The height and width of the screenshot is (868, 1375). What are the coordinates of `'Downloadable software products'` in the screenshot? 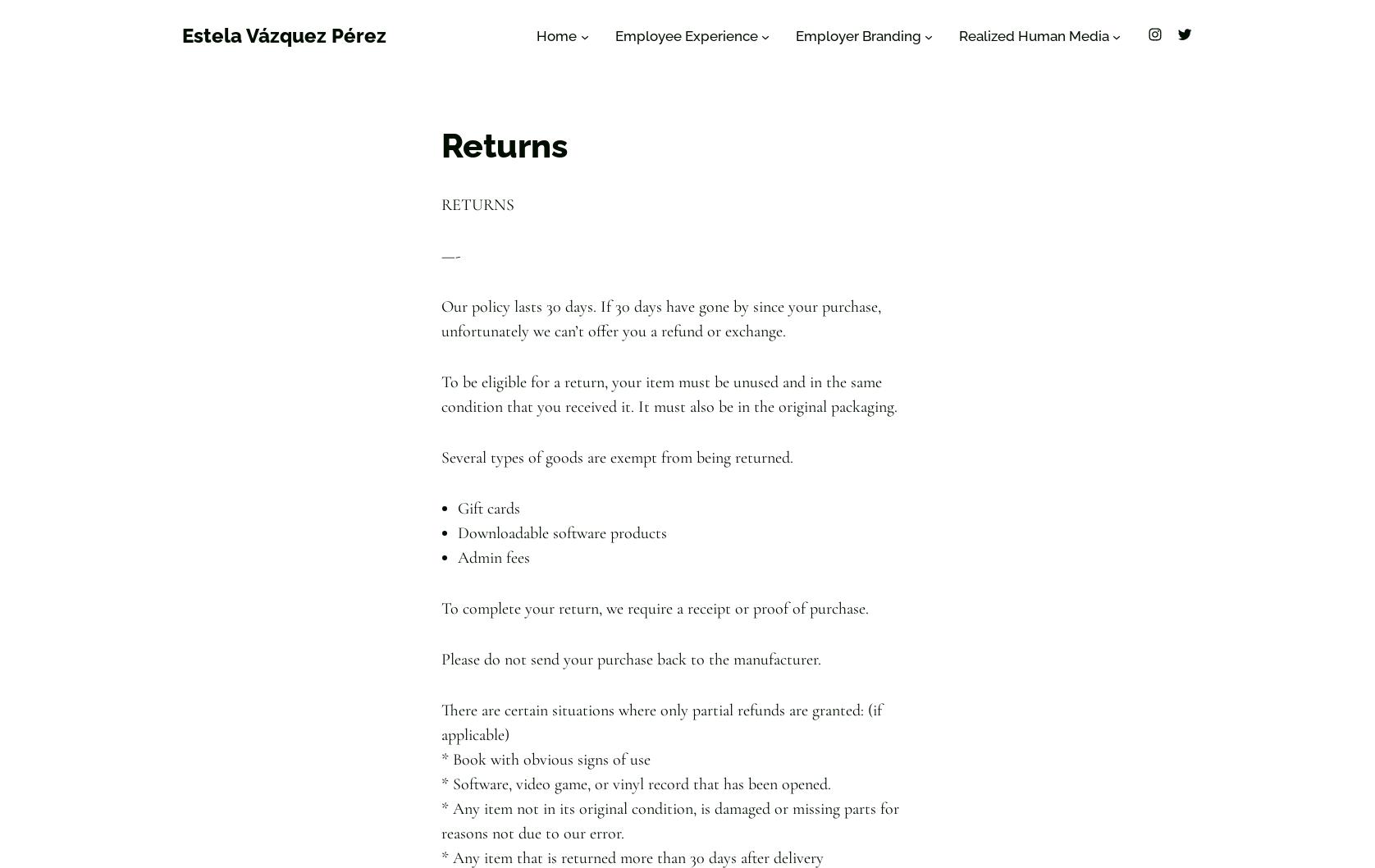 It's located at (561, 531).